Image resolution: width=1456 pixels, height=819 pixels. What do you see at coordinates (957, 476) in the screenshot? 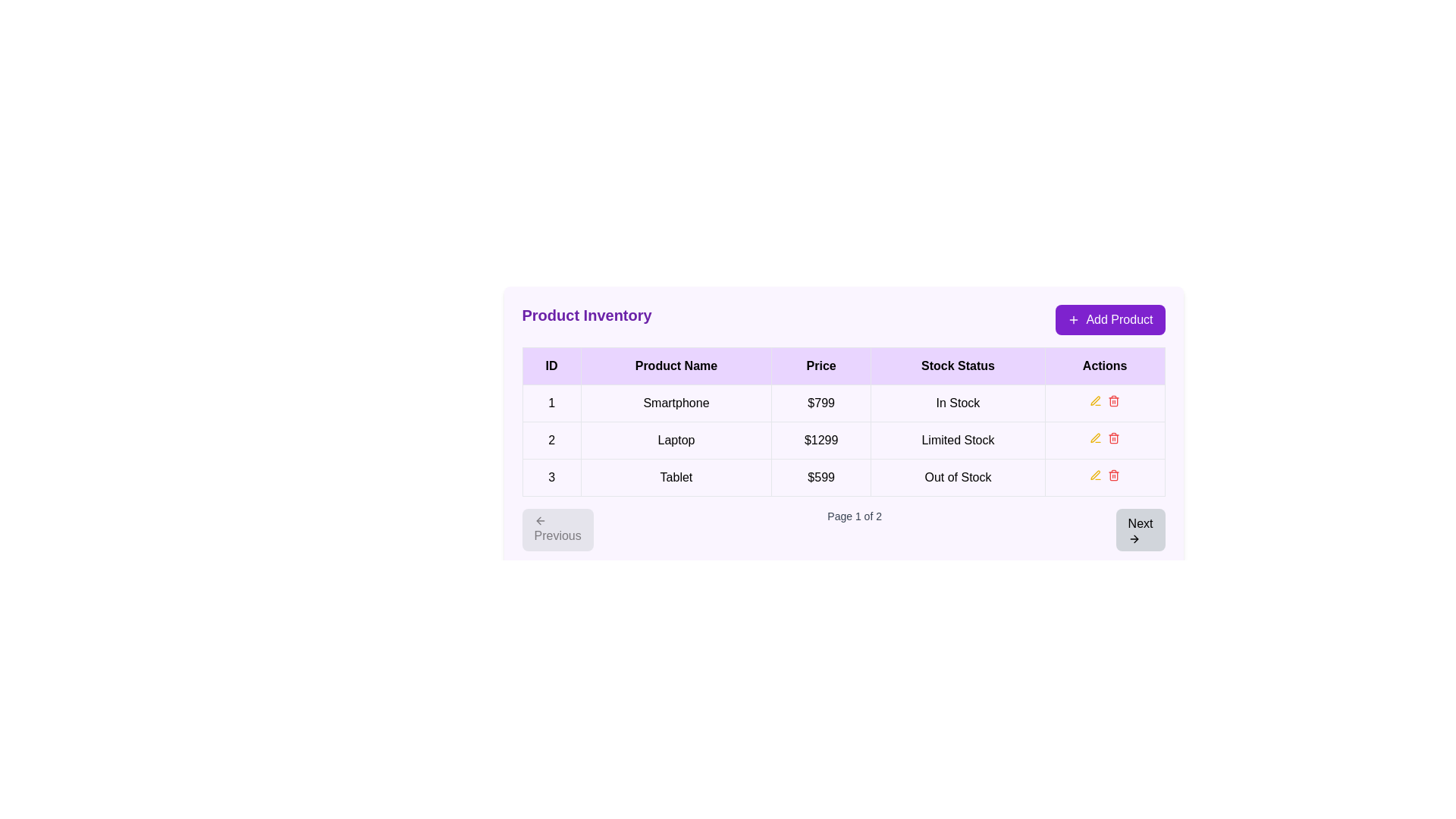
I see `text label indicating the stock status of the 'Tablet' product located in the fourth column of the third row of the table, which clarifies that the product is currently unavailable` at bounding box center [957, 476].